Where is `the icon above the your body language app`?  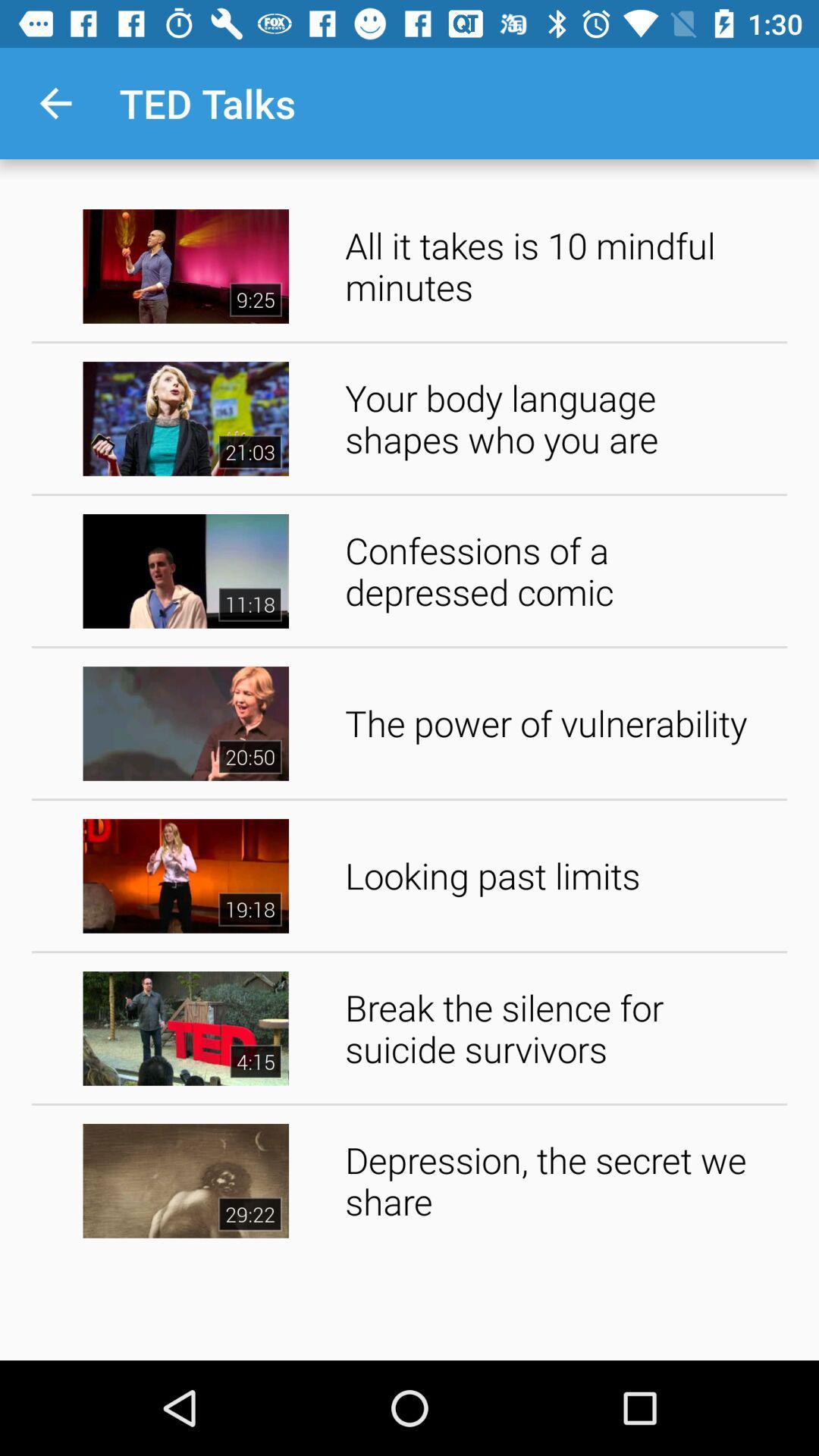 the icon above the your body language app is located at coordinates (560, 265).